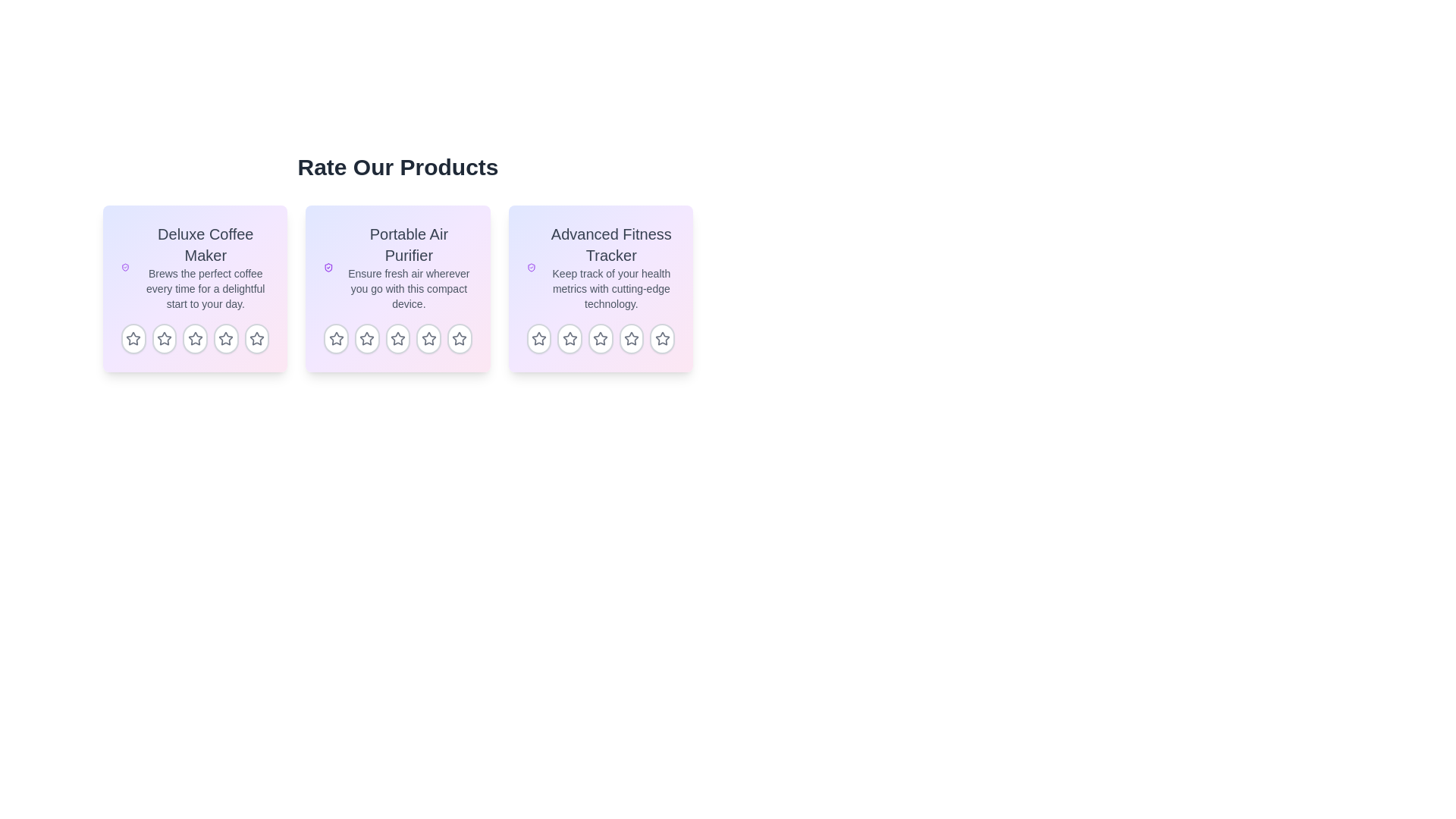  Describe the element at coordinates (662, 337) in the screenshot. I see `the fifth star-shaped rating icon located below the description for 'Advanced Fitness Tracker'` at that location.